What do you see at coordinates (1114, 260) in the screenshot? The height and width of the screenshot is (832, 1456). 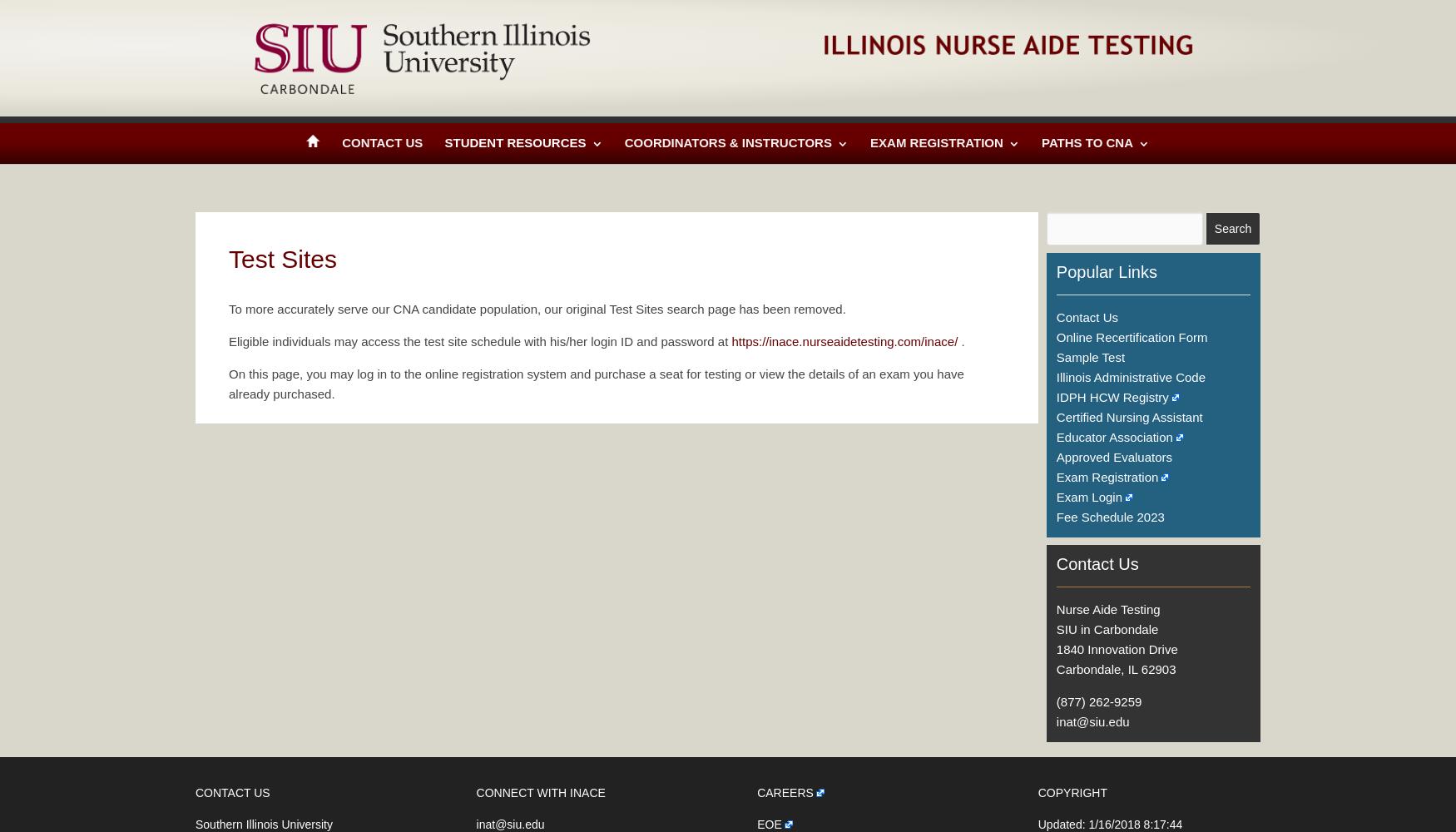 I see `'Test Accommodations'` at bounding box center [1114, 260].